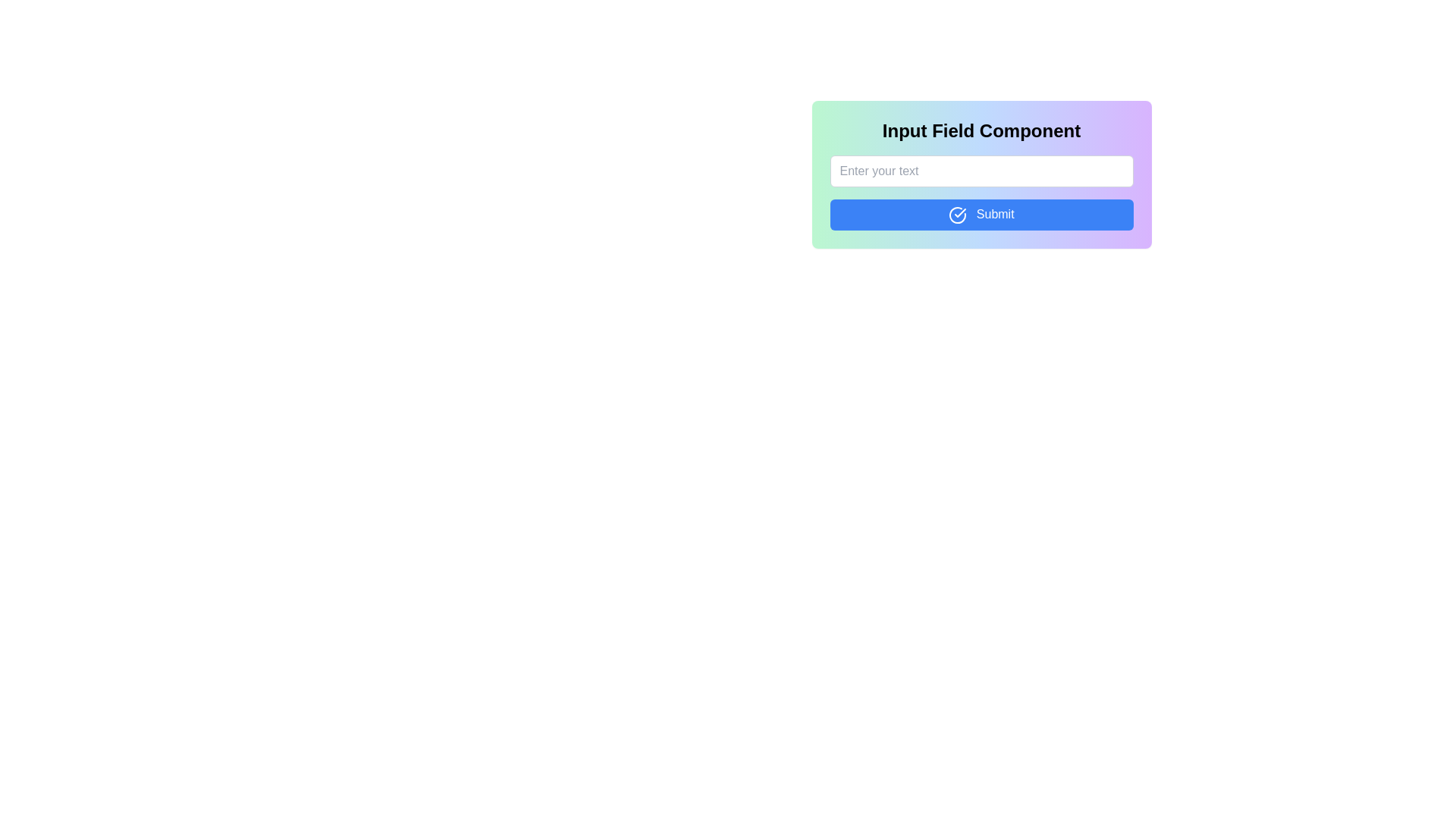 The height and width of the screenshot is (819, 1456). I want to click on the 'Submit' button located in the composite form component titled 'Input Field Component', which is centered within the light-colored panel with a gradient background, so click(981, 237).